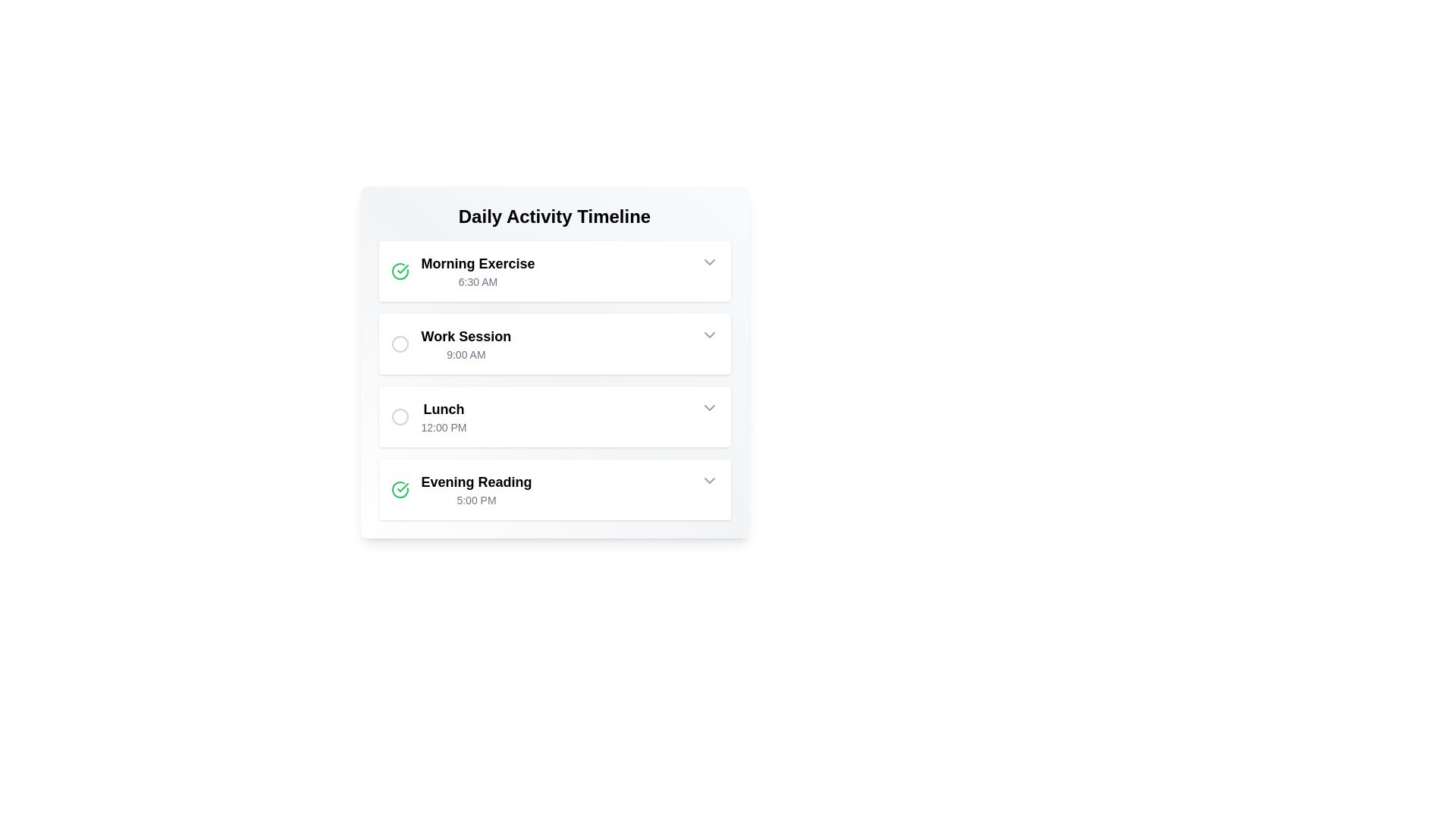  What do you see at coordinates (477, 262) in the screenshot?
I see `text from the header or title label that indicates the activity planned for the specific time slot in the vertical timeline component located in the first item of the list` at bounding box center [477, 262].